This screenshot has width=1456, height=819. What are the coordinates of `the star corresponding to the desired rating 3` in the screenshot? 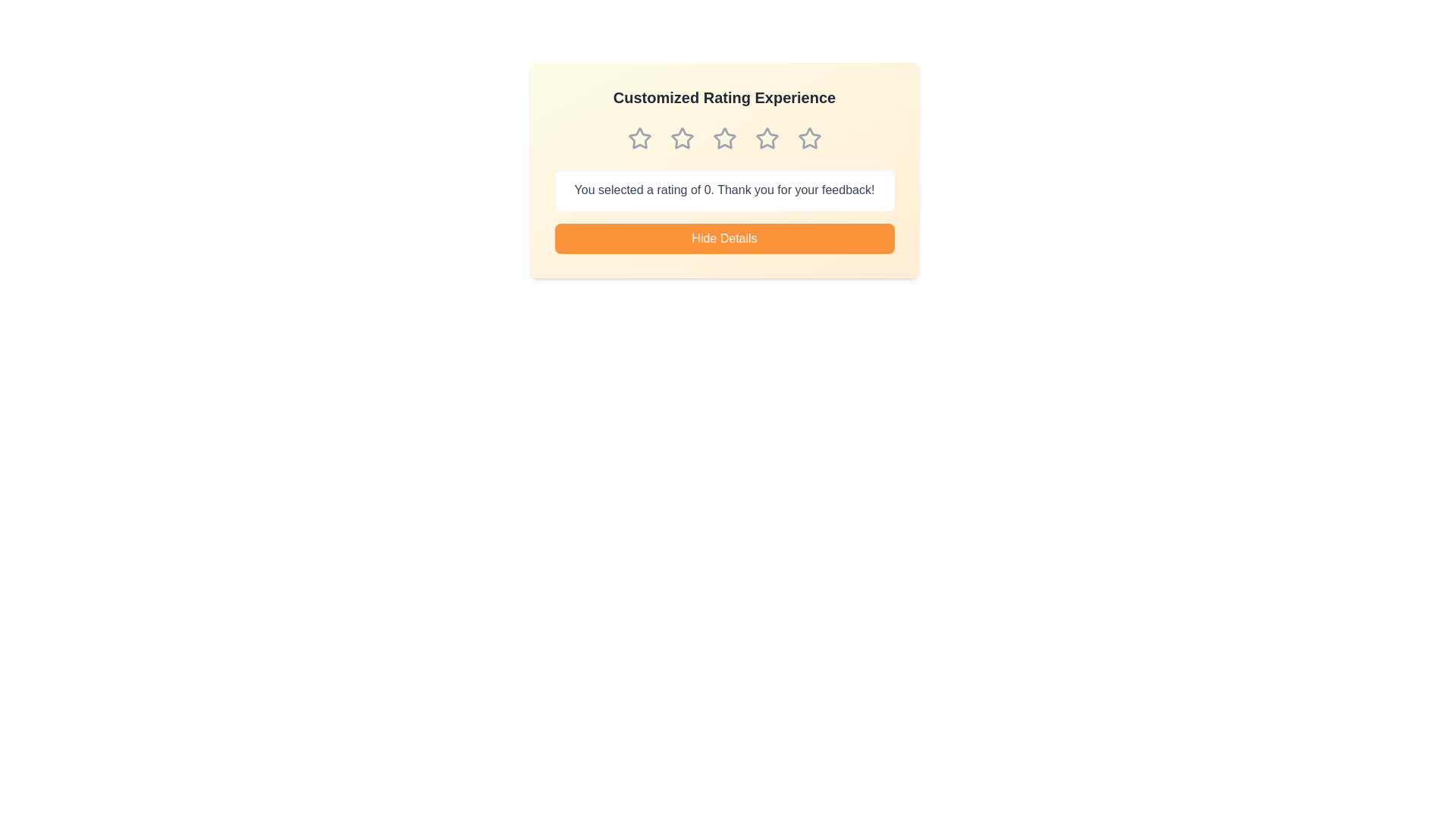 It's located at (723, 138).